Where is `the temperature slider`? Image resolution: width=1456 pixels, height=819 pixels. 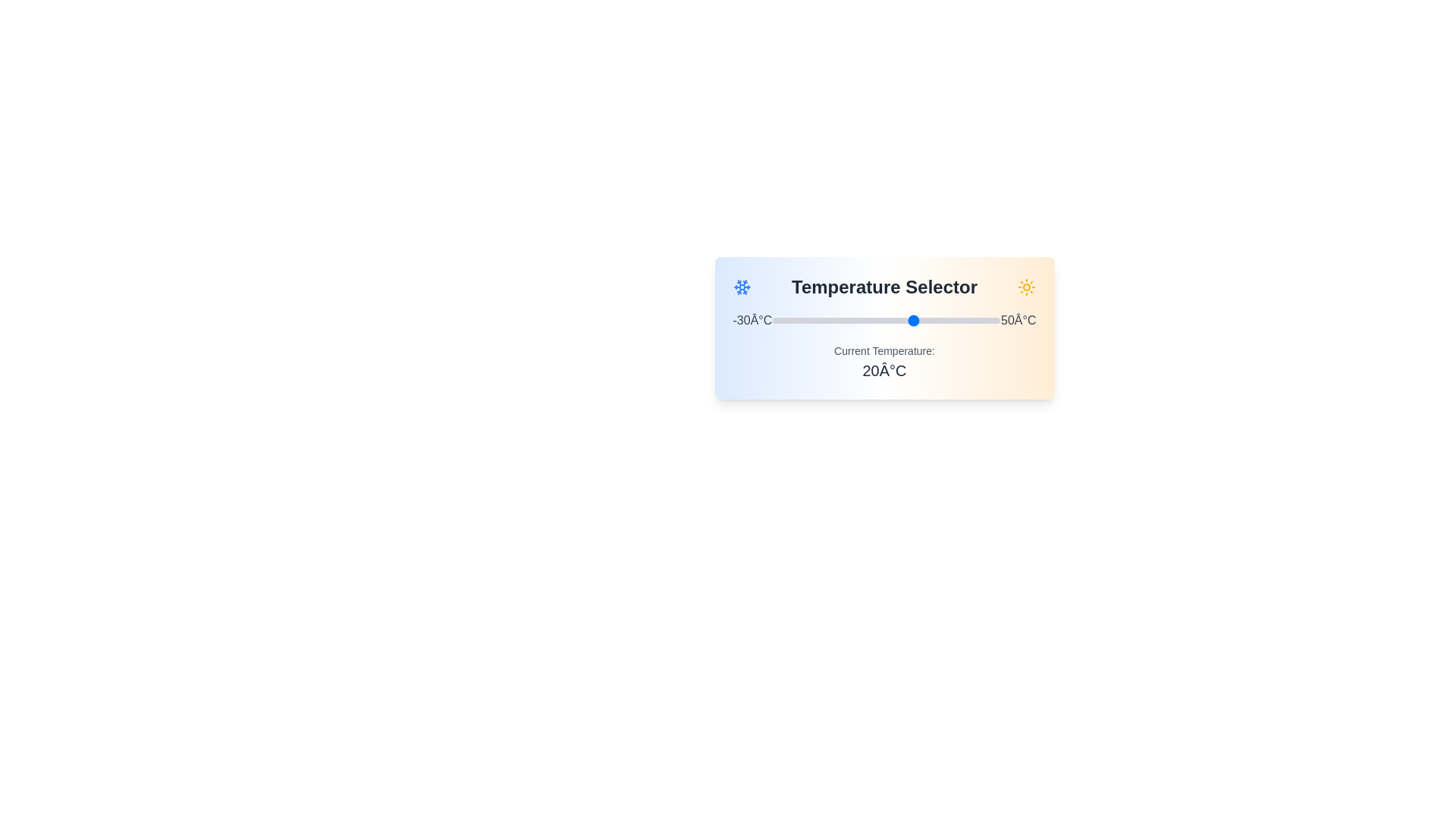 the temperature slider is located at coordinates (789, 320).